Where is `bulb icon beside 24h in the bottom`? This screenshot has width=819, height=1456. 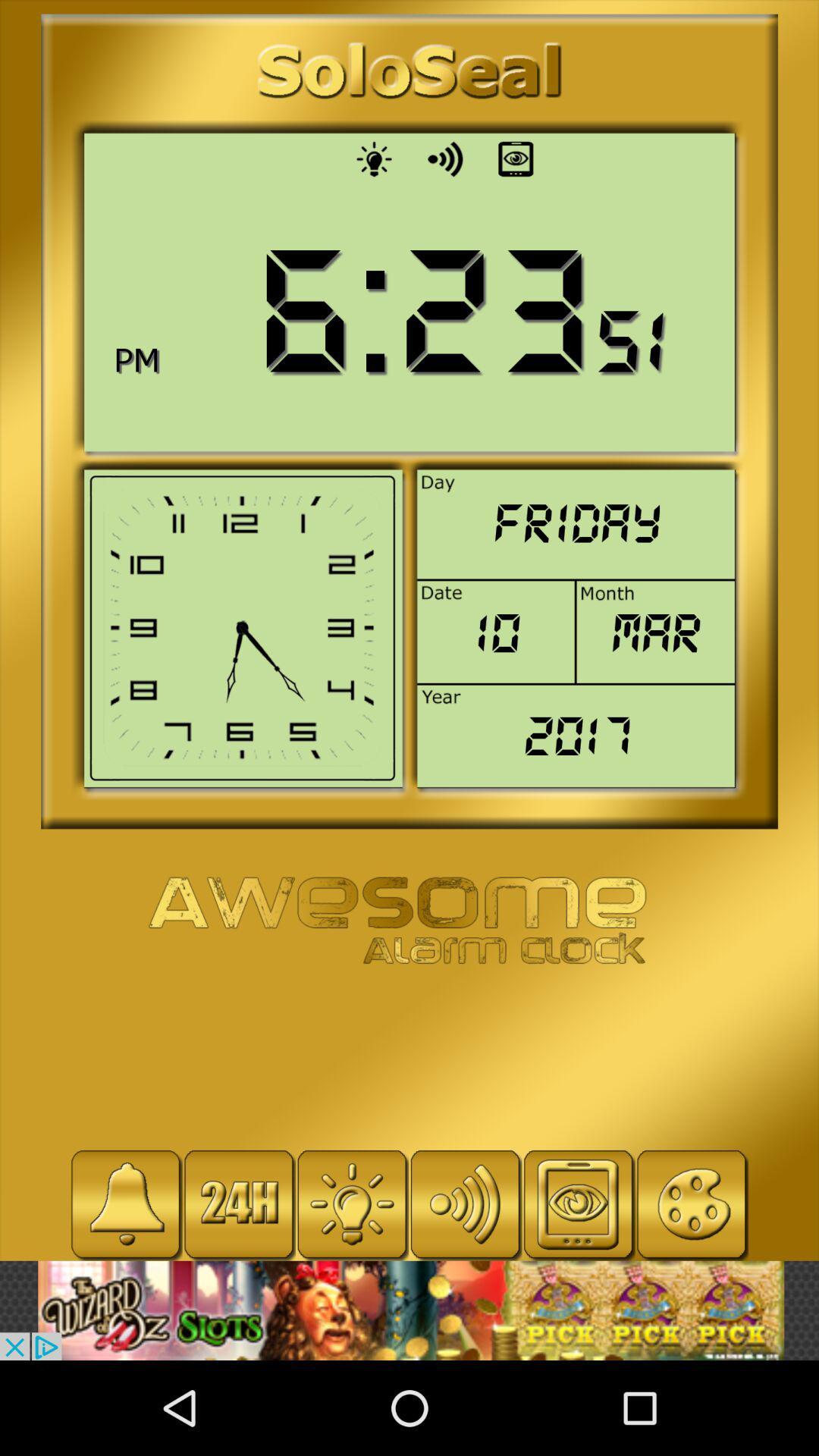
bulb icon beside 24h in the bottom is located at coordinates (352, 1203).